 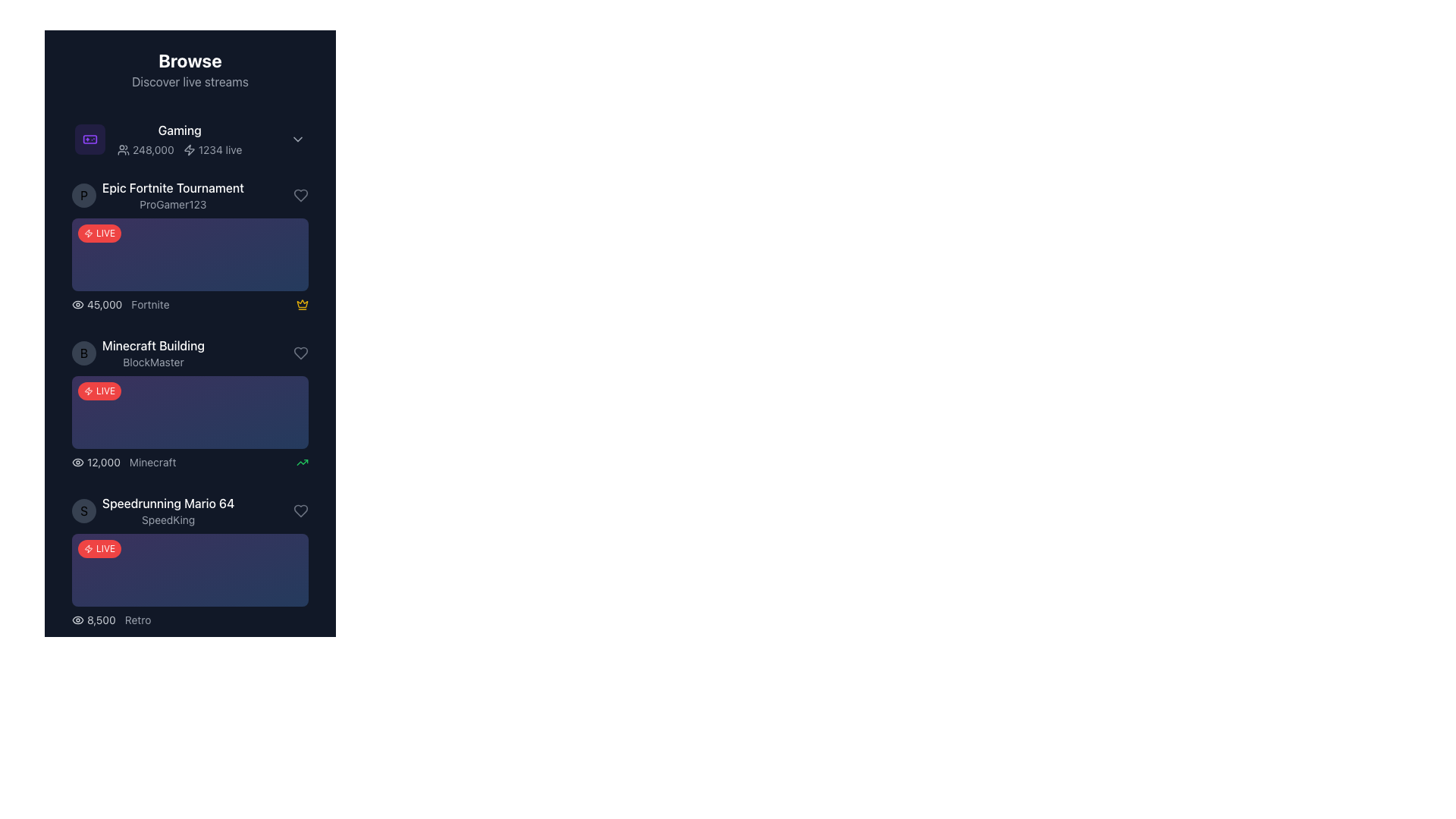 What do you see at coordinates (96, 304) in the screenshot?
I see `the text label displaying the number of views for the Epic Fortnite Tournament entry, which shows '45,000' and is positioned to the left of the text 'Fortnite'` at bounding box center [96, 304].